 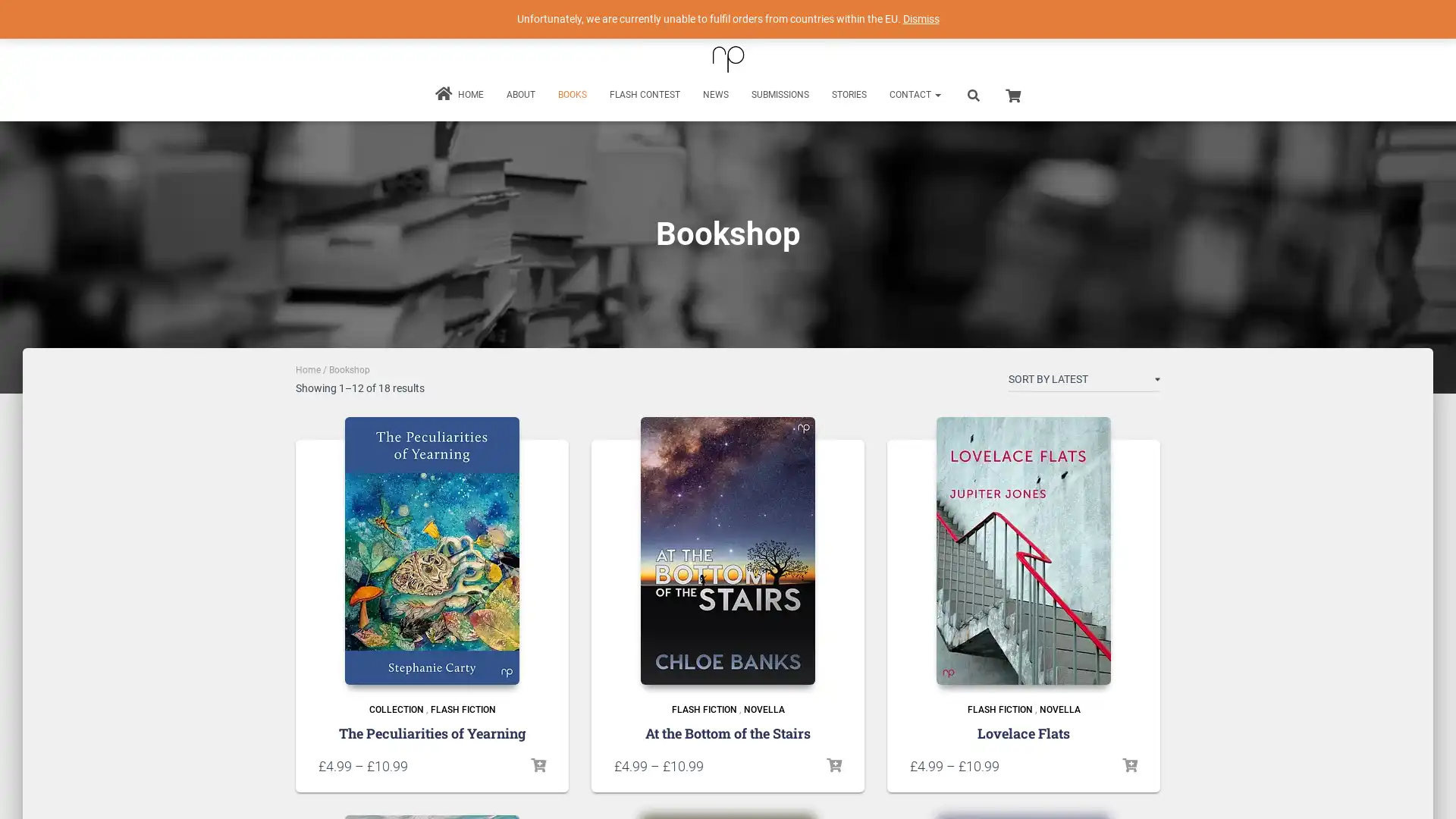 What do you see at coordinates (951, 795) in the screenshot?
I see `Accept` at bounding box center [951, 795].